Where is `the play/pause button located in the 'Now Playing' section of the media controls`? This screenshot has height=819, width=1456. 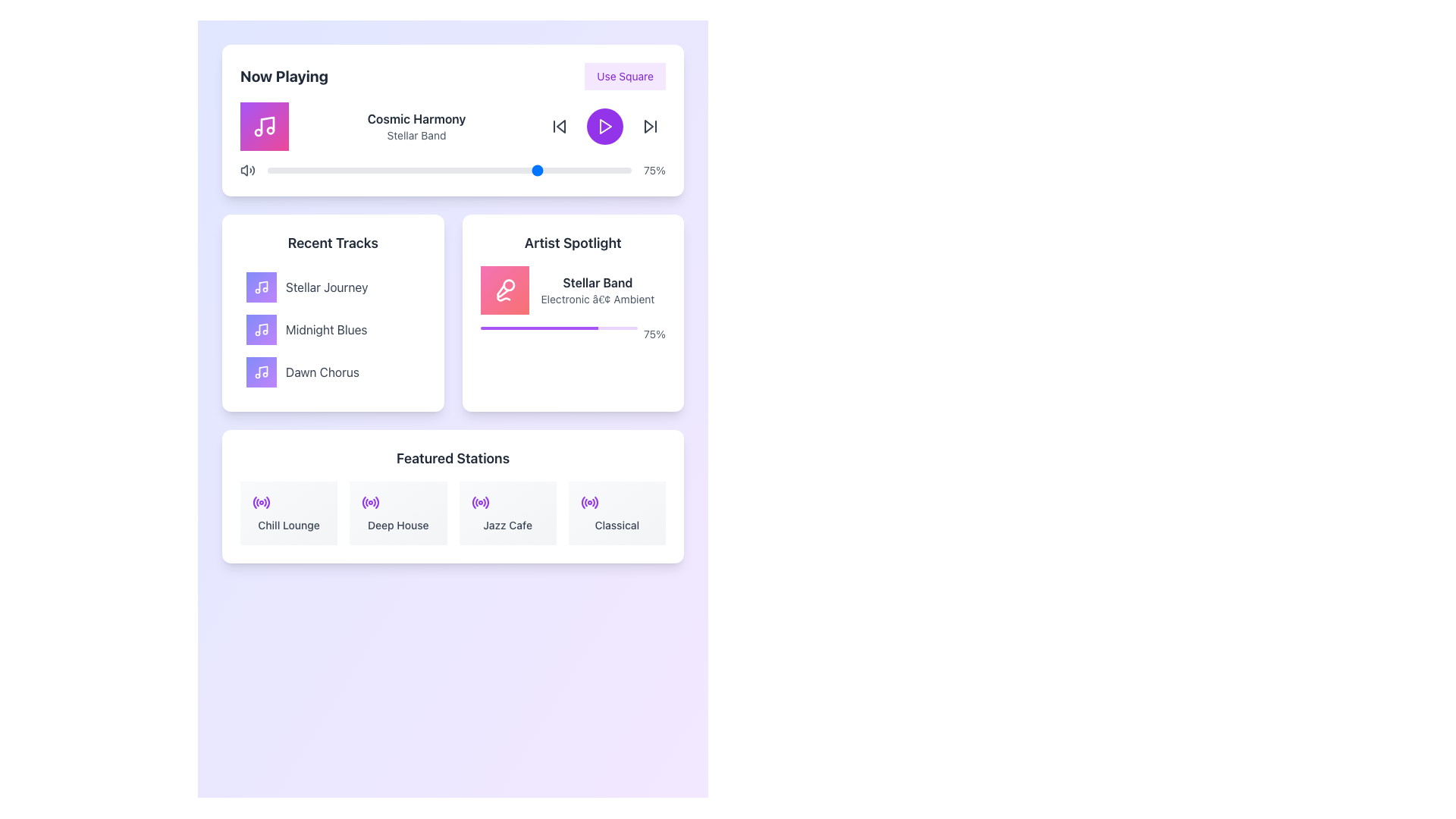
the play/pause button located in the 'Now Playing' section of the media controls is located at coordinates (604, 125).